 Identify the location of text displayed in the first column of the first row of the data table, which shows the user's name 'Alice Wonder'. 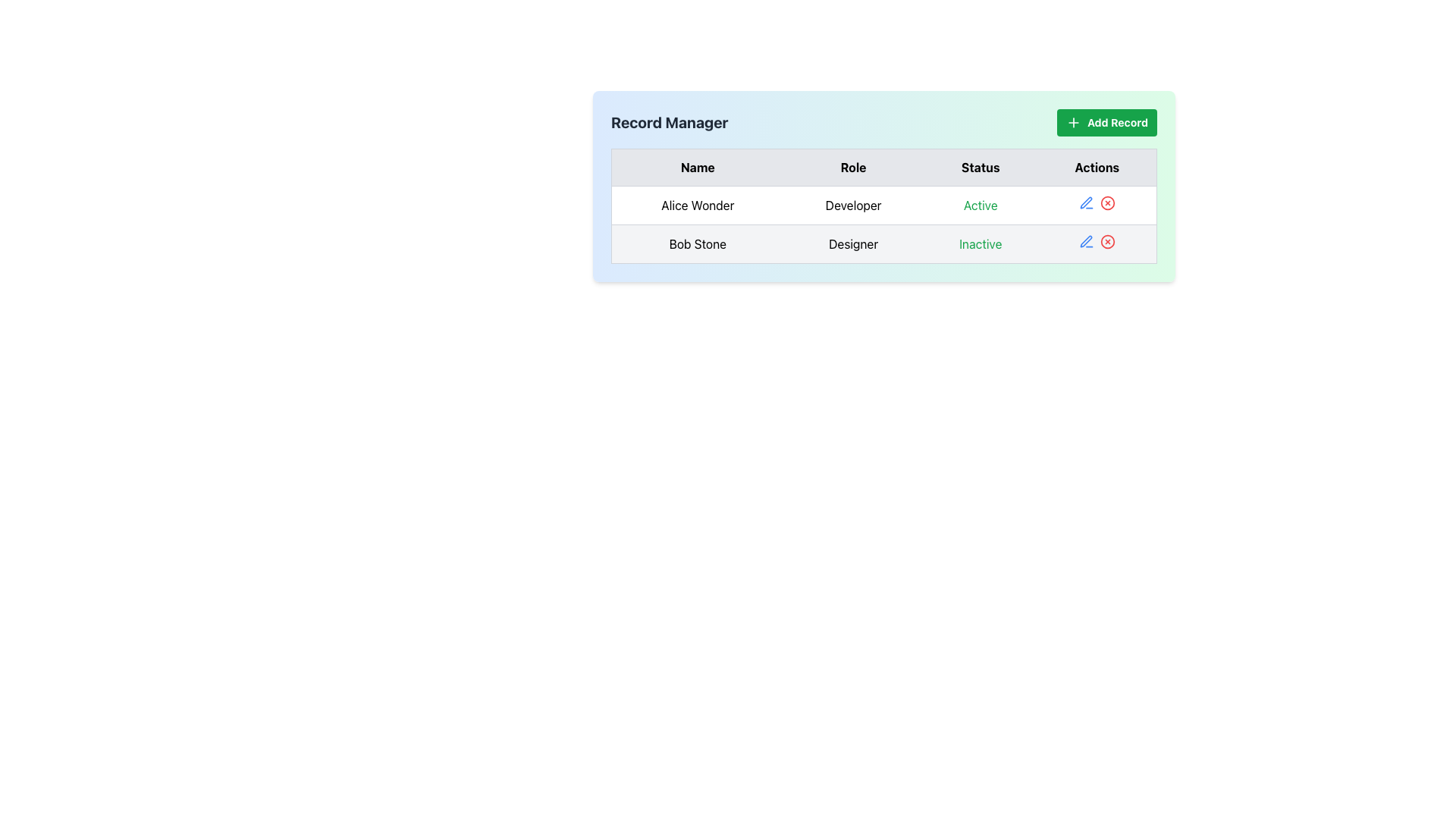
(697, 205).